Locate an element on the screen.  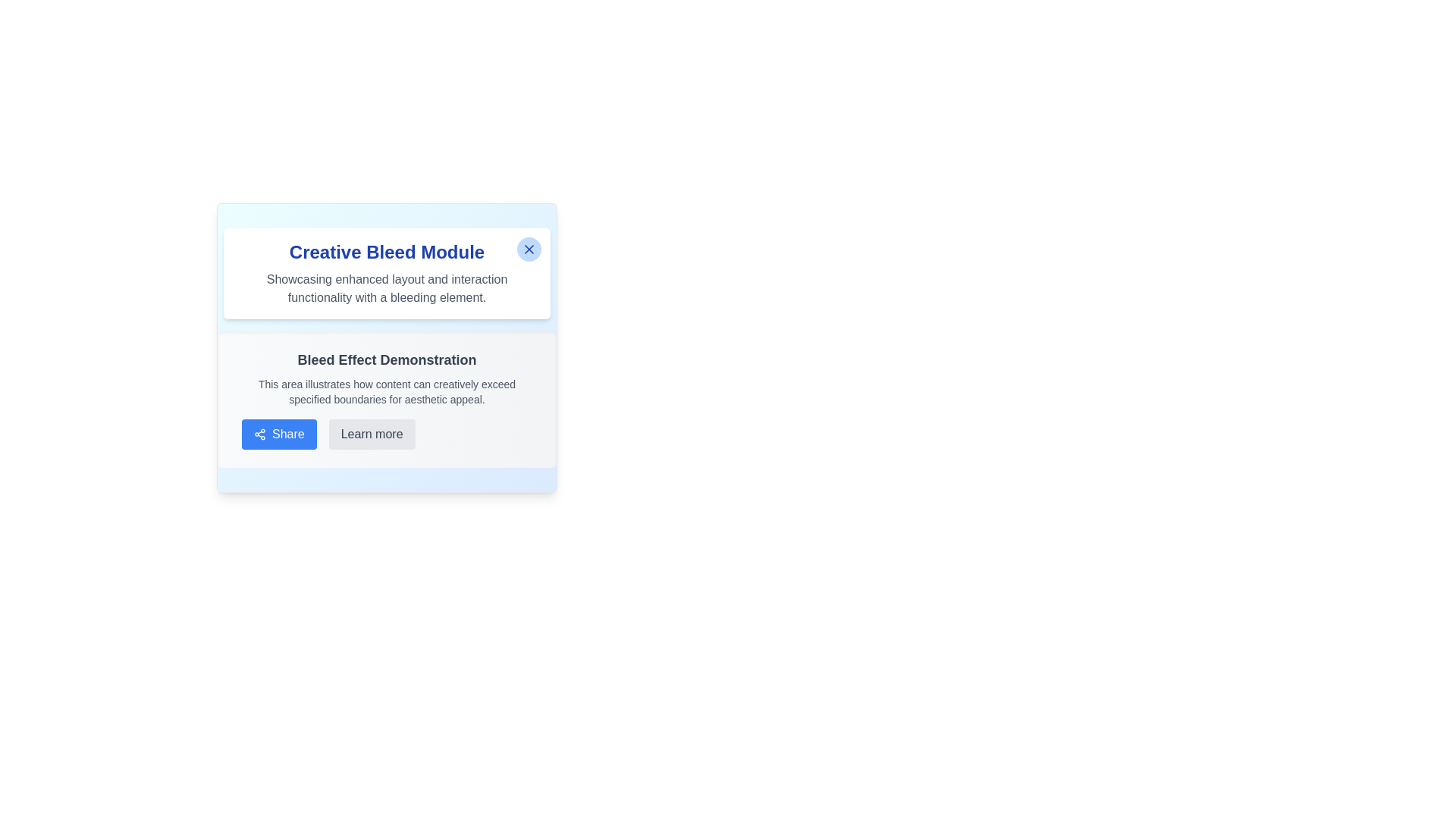
the small circular button with a light blue background and a darker blue 'X' icon, located at the top-right corner of the 'Creative Bleed Module' card to change its background color is located at coordinates (529, 248).